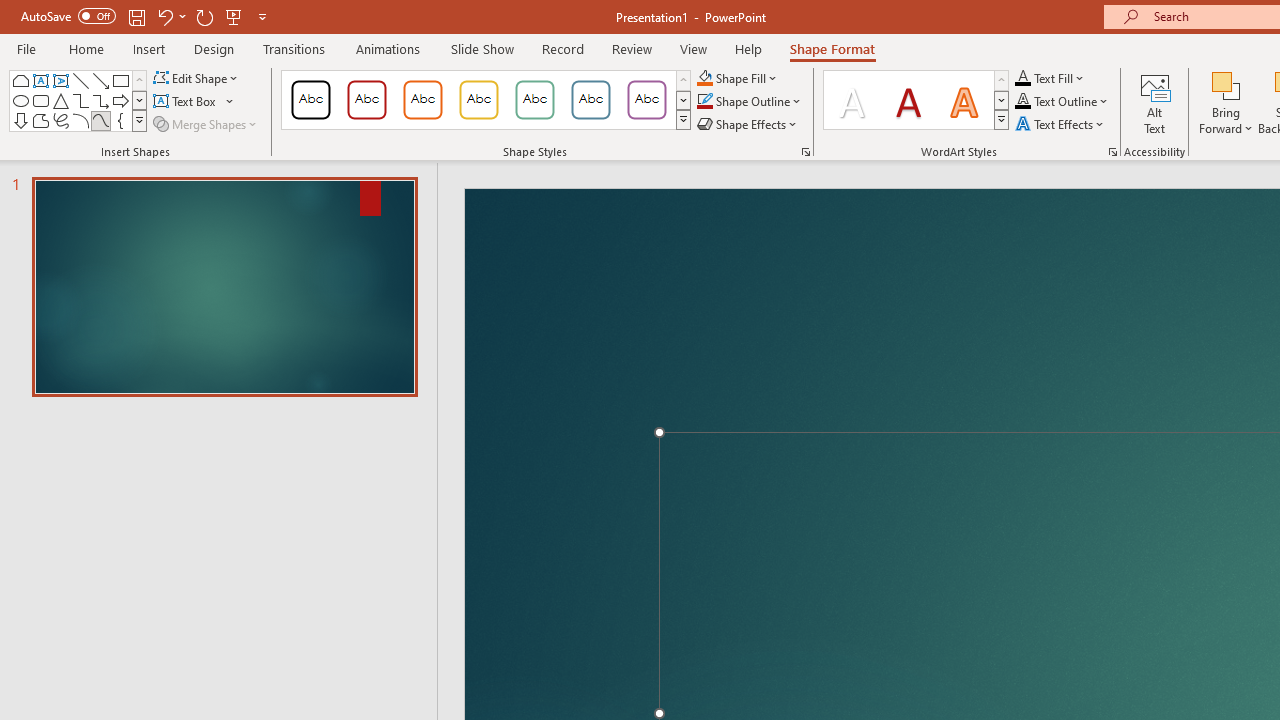  Describe the element at coordinates (186, 101) in the screenshot. I see `'Draw Horizontal Text Box'` at that location.